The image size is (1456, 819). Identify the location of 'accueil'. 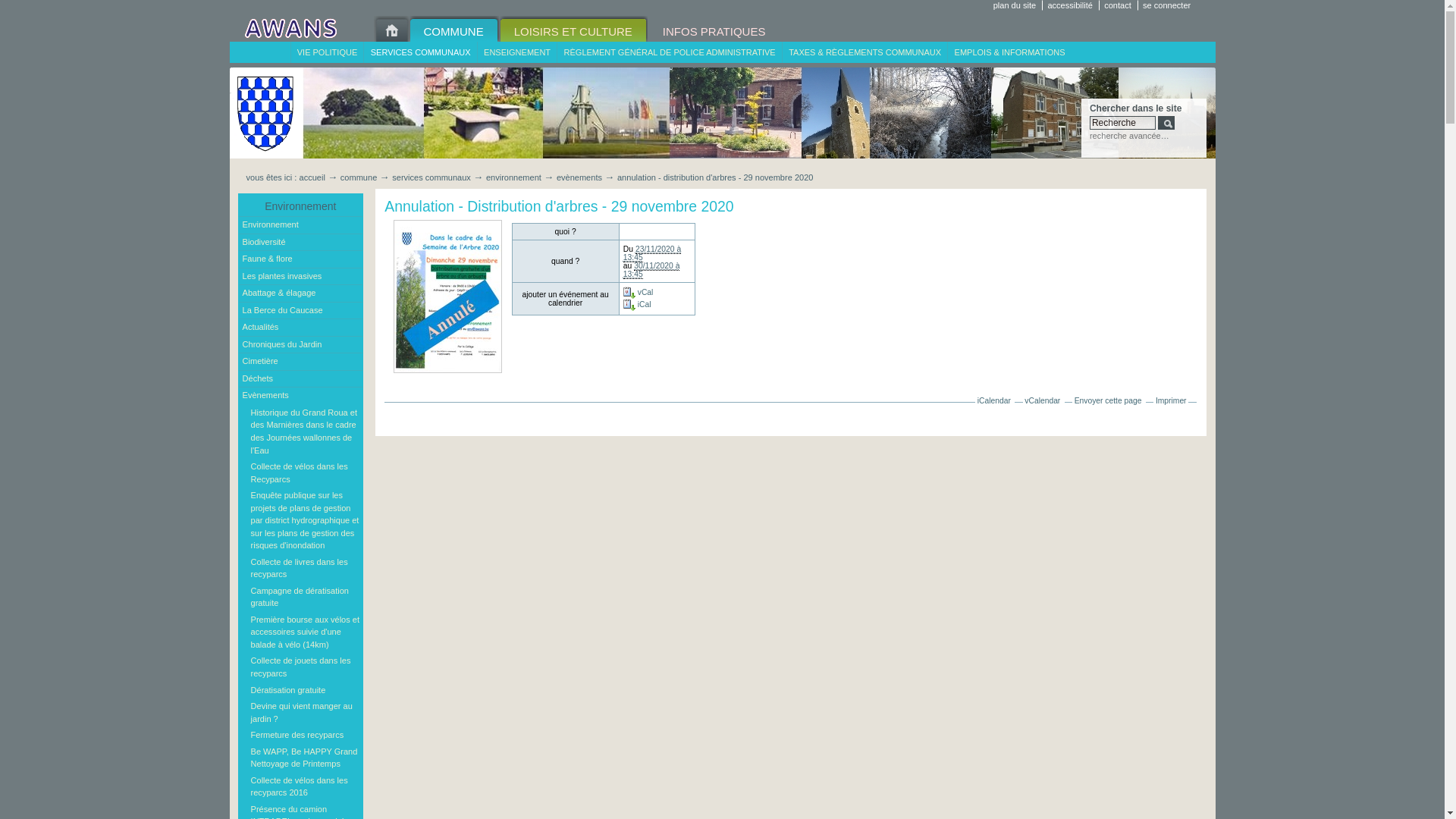
(311, 177).